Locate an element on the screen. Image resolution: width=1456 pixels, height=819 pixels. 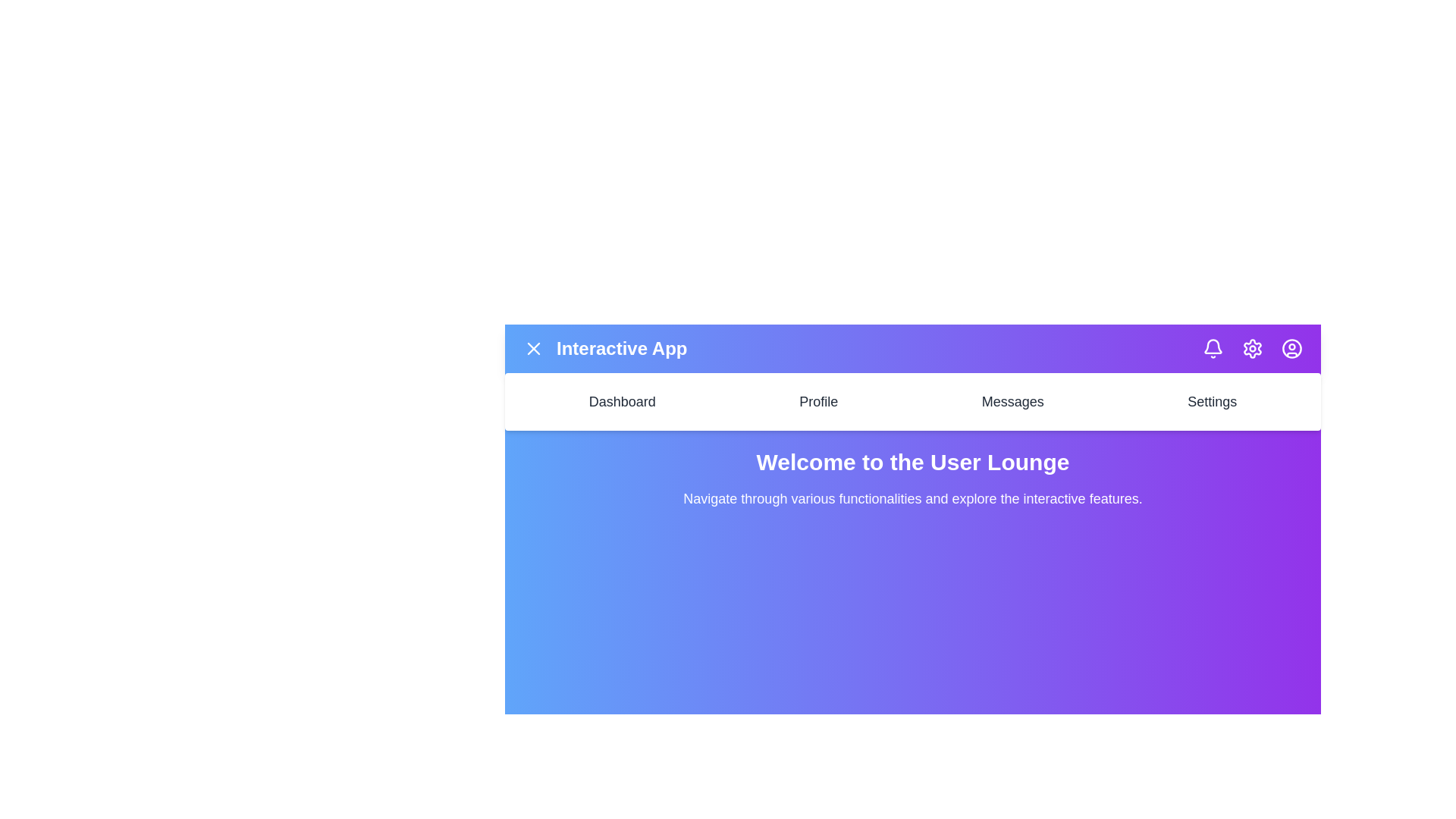
the notification icon to view notifications is located at coordinates (1212, 348).